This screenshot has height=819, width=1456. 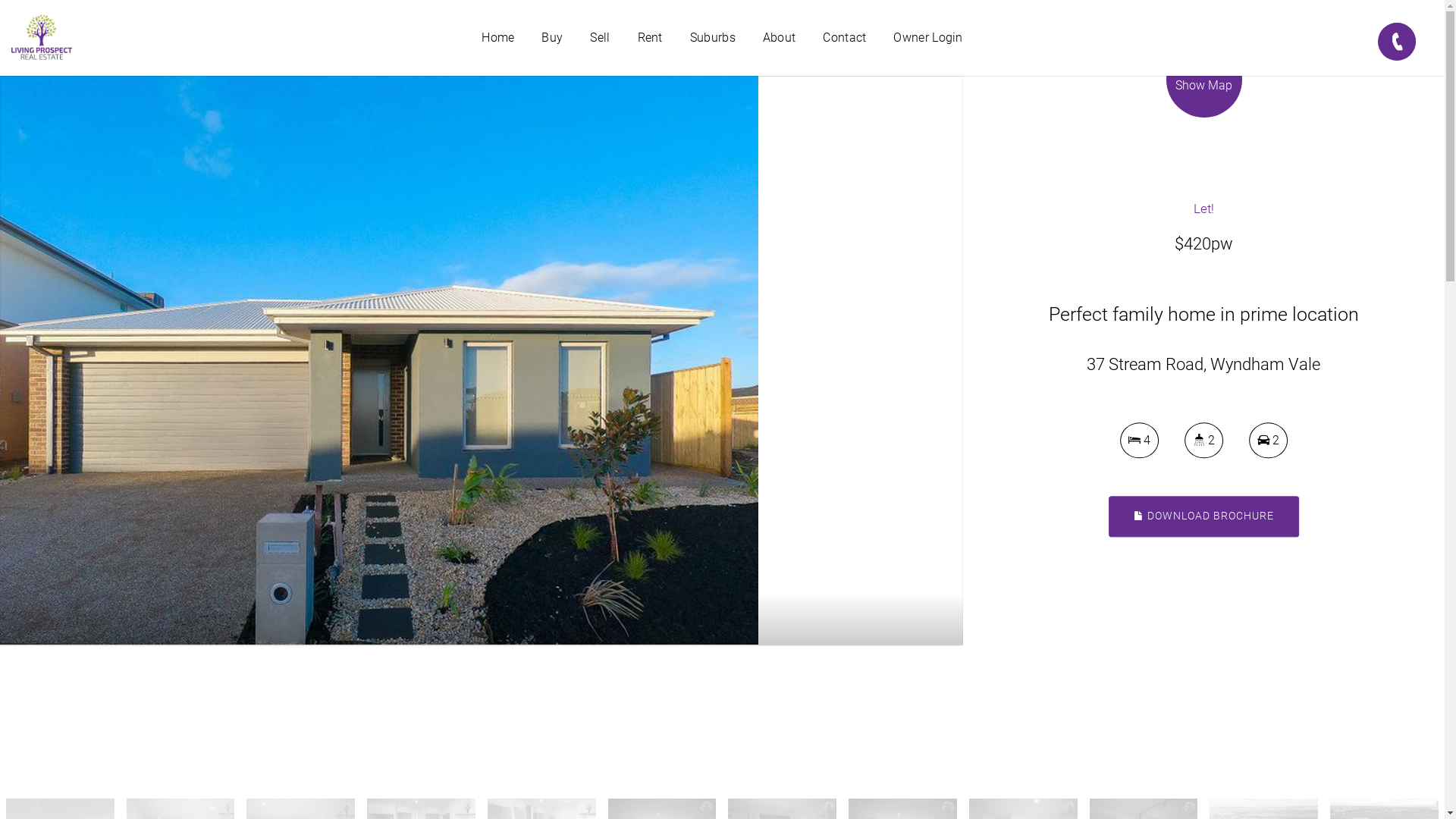 I want to click on 'Contact', so click(x=843, y=37).